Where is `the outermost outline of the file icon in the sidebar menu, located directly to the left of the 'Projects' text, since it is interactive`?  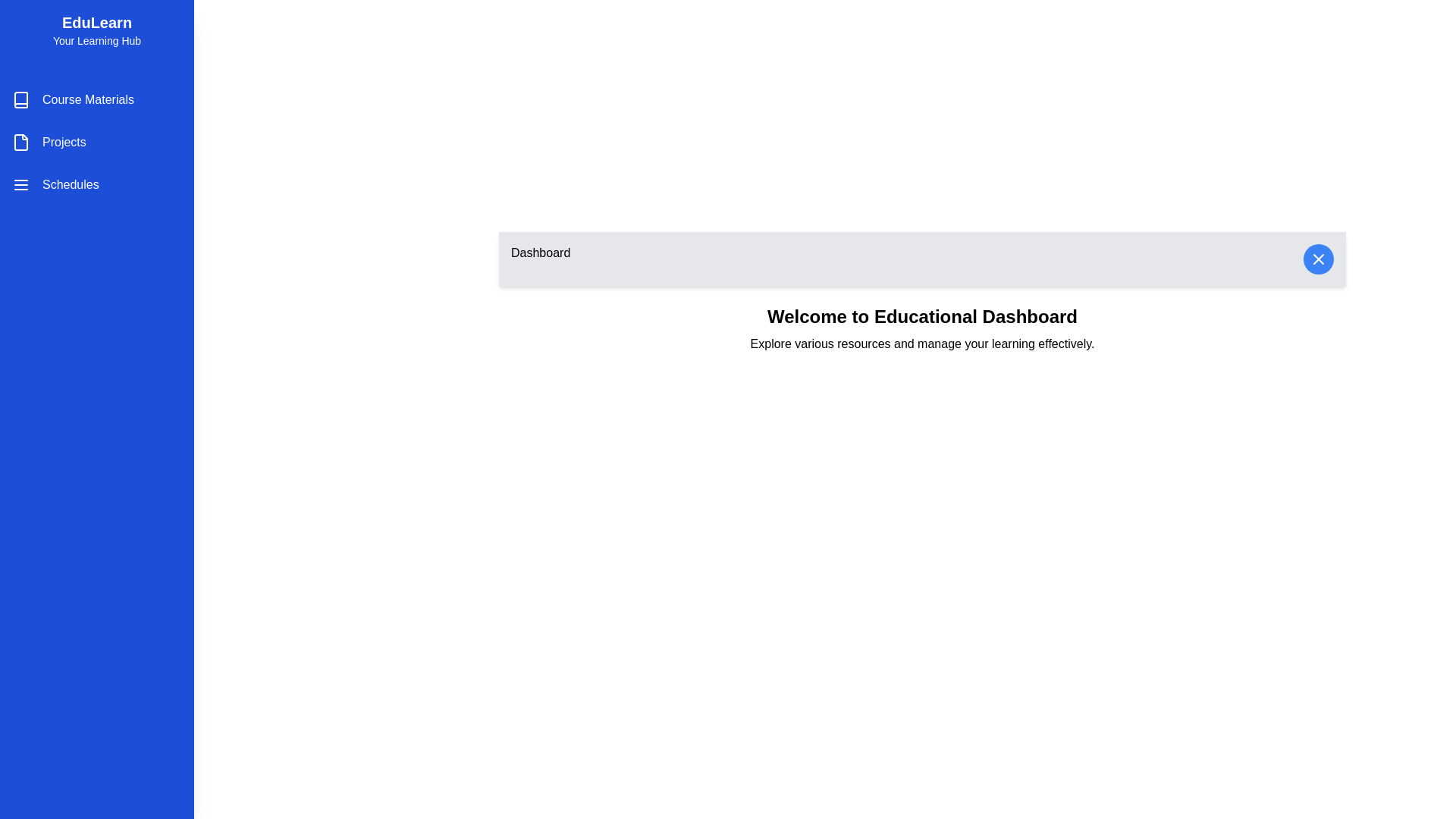
the outermost outline of the file icon in the sidebar menu, located directly to the left of the 'Projects' text, since it is interactive is located at coordinates (21, 143).